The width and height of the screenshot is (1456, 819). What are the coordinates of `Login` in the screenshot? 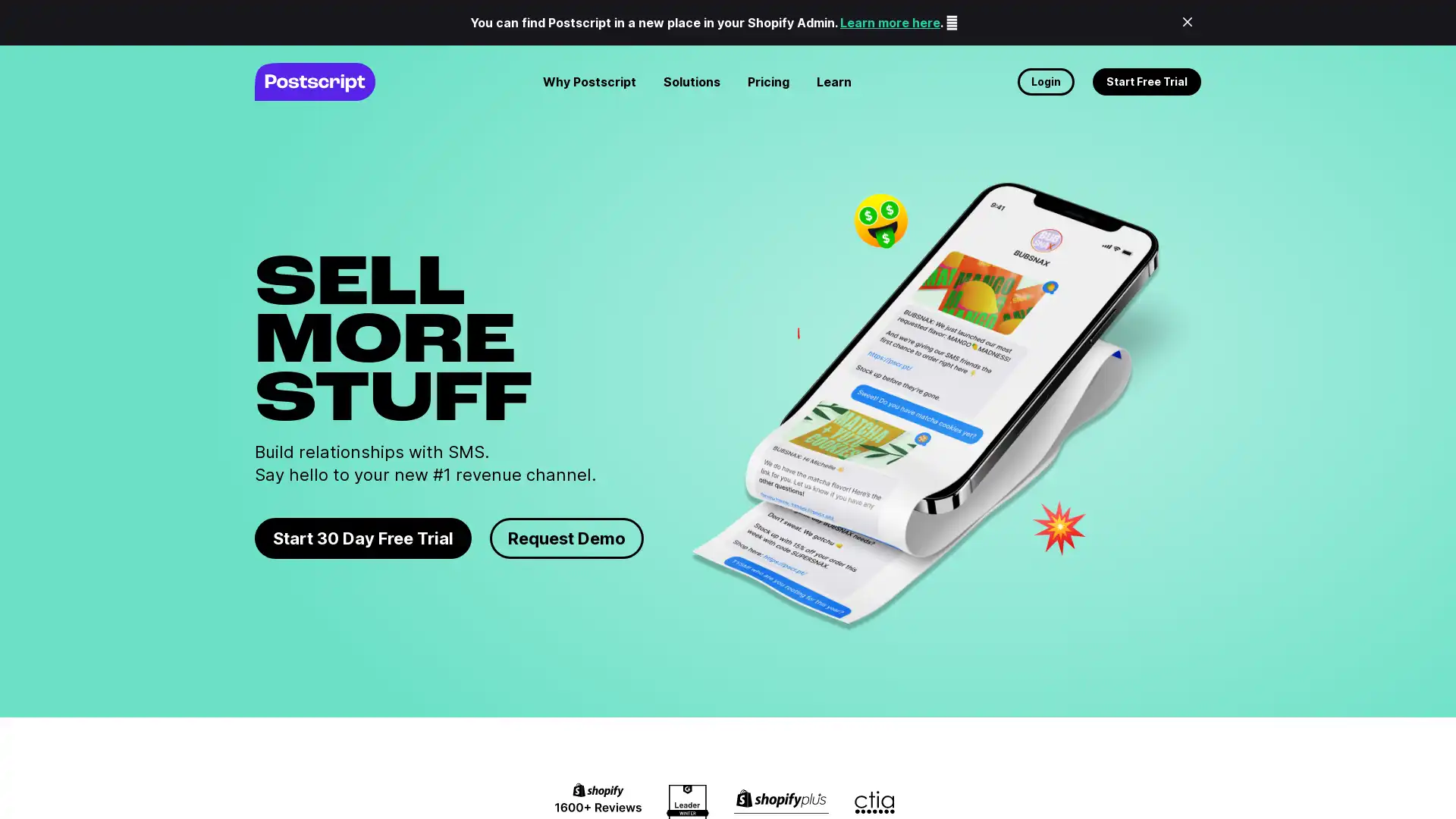 It's located at (1045, 81).